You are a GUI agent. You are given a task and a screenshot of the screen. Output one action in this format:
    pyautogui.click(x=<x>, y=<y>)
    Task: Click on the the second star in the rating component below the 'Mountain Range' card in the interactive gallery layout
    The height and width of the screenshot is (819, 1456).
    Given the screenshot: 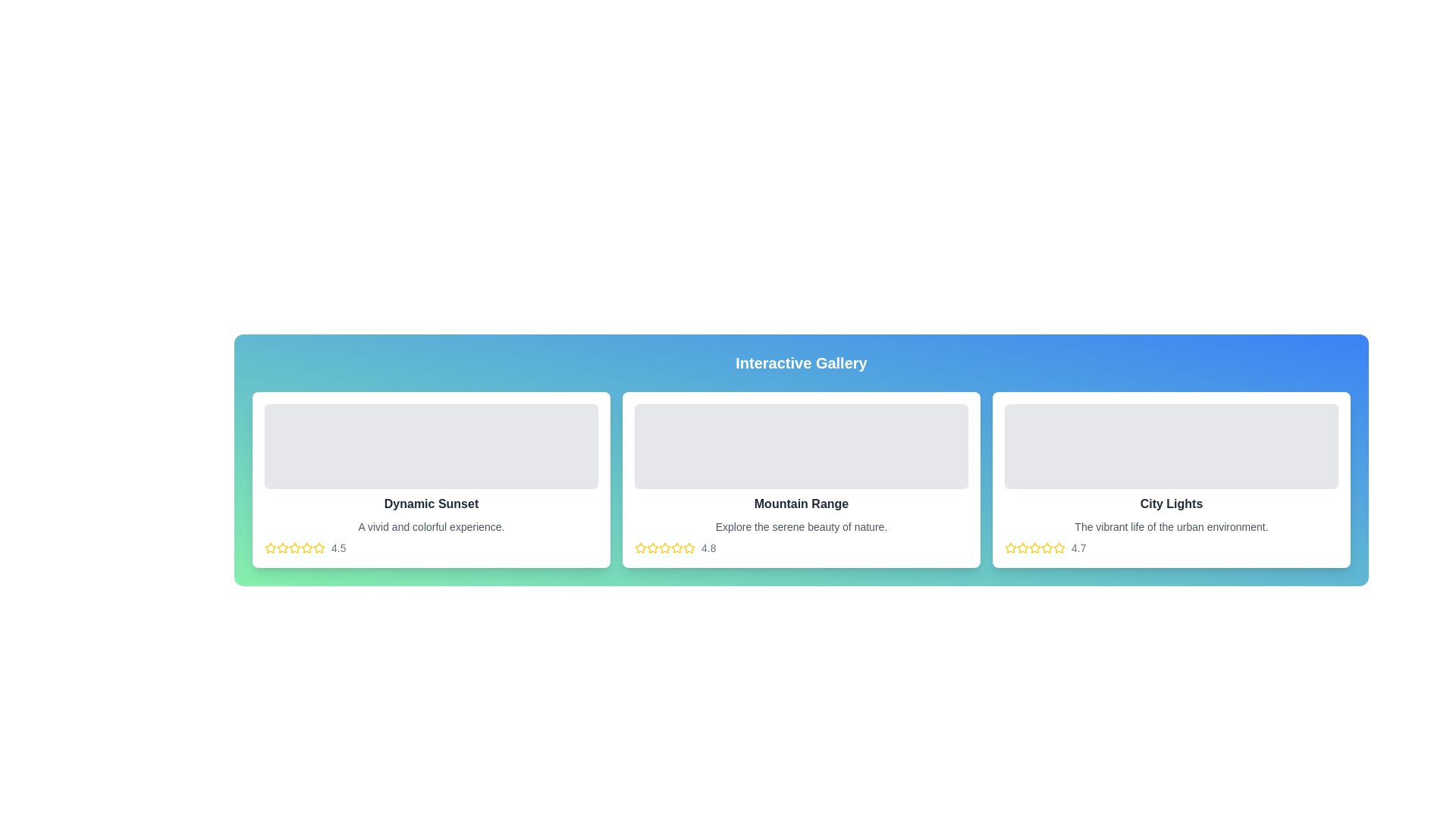 What is the action you would take?
    pyautogui.click(x=665, y=548)
    